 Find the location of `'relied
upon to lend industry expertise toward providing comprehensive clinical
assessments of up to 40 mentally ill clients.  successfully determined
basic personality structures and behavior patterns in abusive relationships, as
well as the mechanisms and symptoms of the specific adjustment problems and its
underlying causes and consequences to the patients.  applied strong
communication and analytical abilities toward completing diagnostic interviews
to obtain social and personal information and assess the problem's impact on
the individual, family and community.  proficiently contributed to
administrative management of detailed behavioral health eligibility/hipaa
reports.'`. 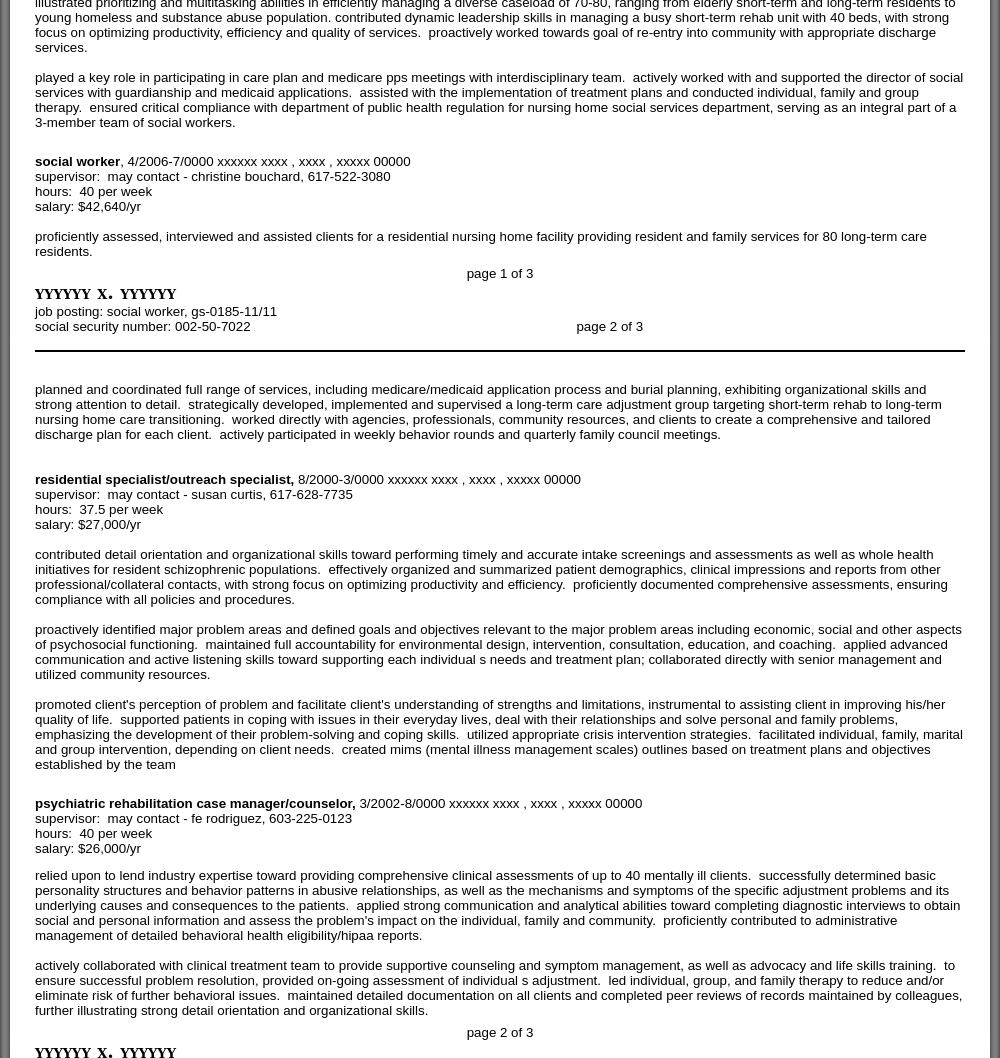

'relied
upon to lend industry expertise toward providing comprehensive clinical
assessments of up to 40 mentally ill clients.  successfully determined
basic personality structures and behavior patterns in abusive relationships, as
well as the mechanisms and symptoms of the specific adjustment problems and its
underlying causes and consequences to the patients.  applied strong
communication and analytical abilities toward completing diagnostic interviews
to obtain social and personal information and assess the problem's impact on
the individual, family and community.  proficiently contributed to
administrative management of detailed behavioral health eligibility/hipaa
reports.' is located at coordinates (496, 904).